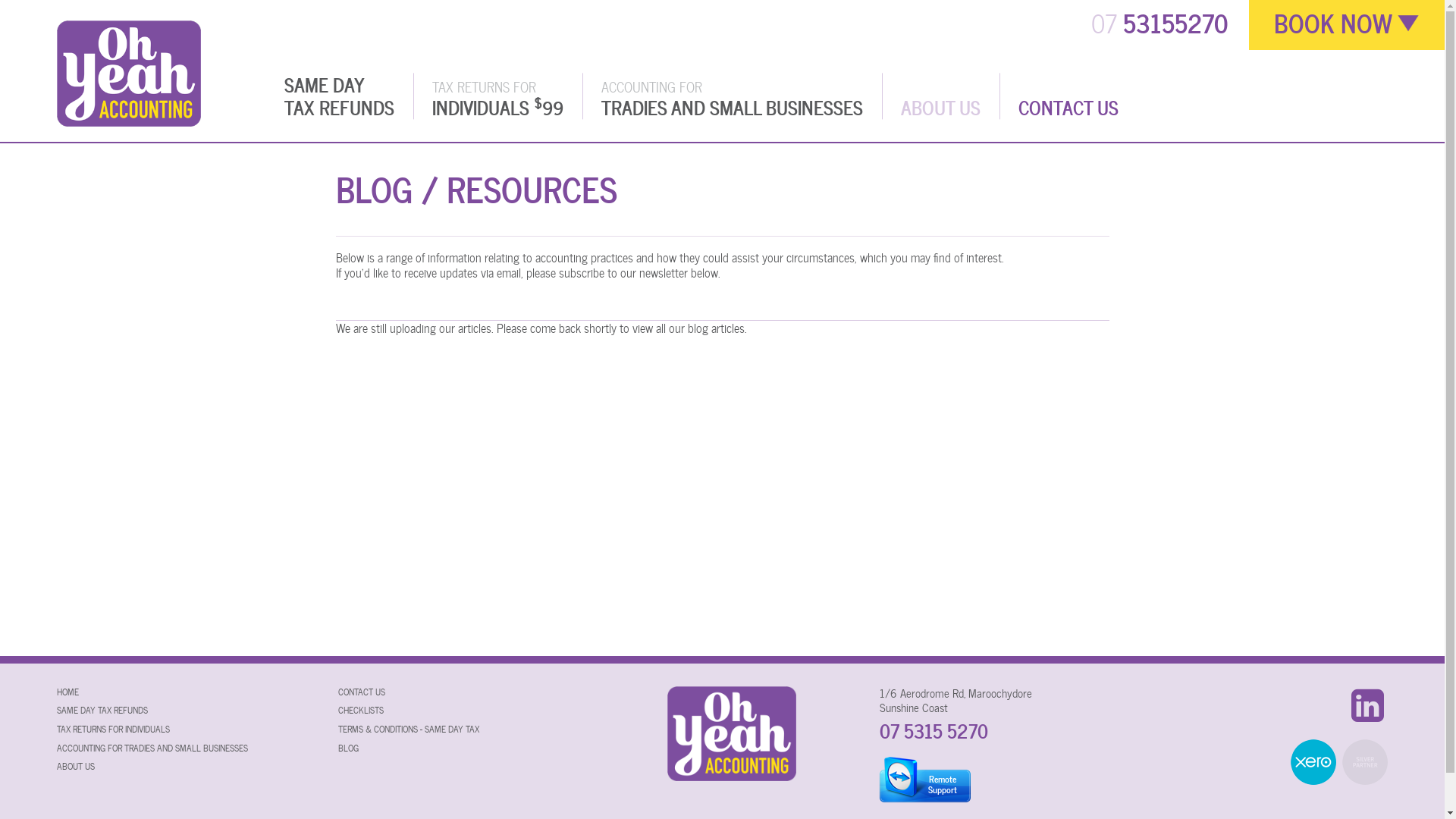 Image resolution: width=1456 pixels, height=819 pixels. Describe the element at coordinates (152, 747) in the screenshot. I see `'ACCOUNTING FOR TRADIES AND SMALL BUSINESSES'` at that location.